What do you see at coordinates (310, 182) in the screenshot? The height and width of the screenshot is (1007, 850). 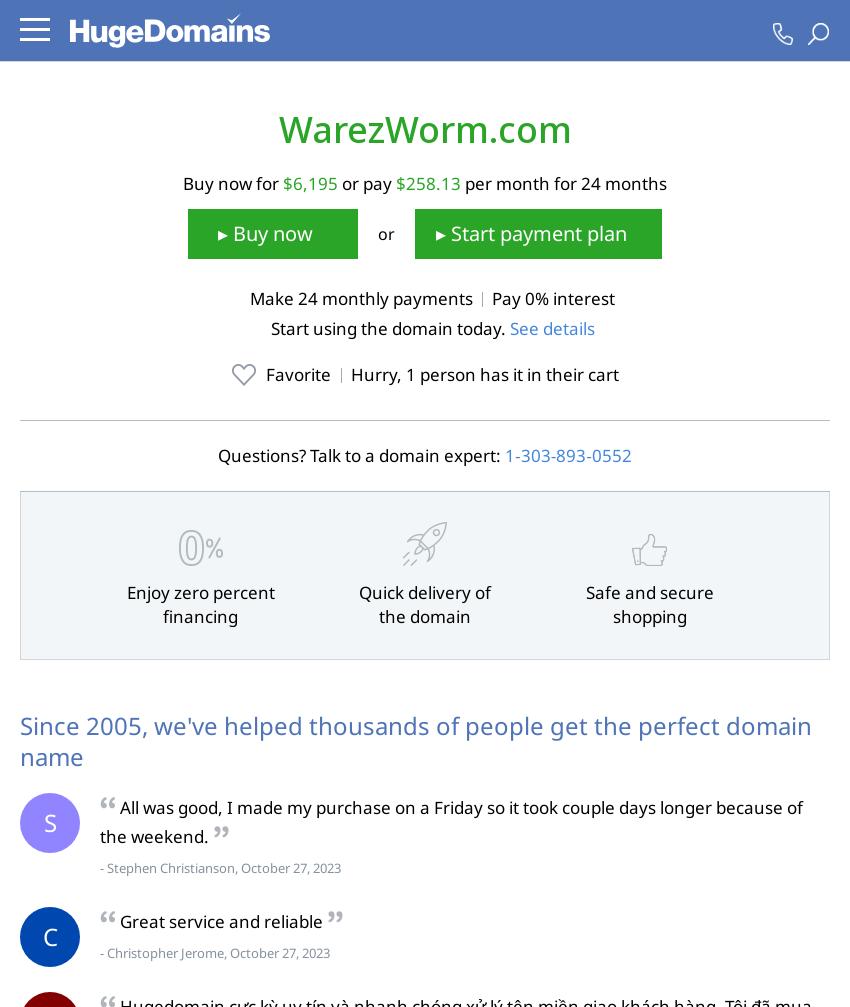 I see `'$6,195'` at bounding box center [310, 182].